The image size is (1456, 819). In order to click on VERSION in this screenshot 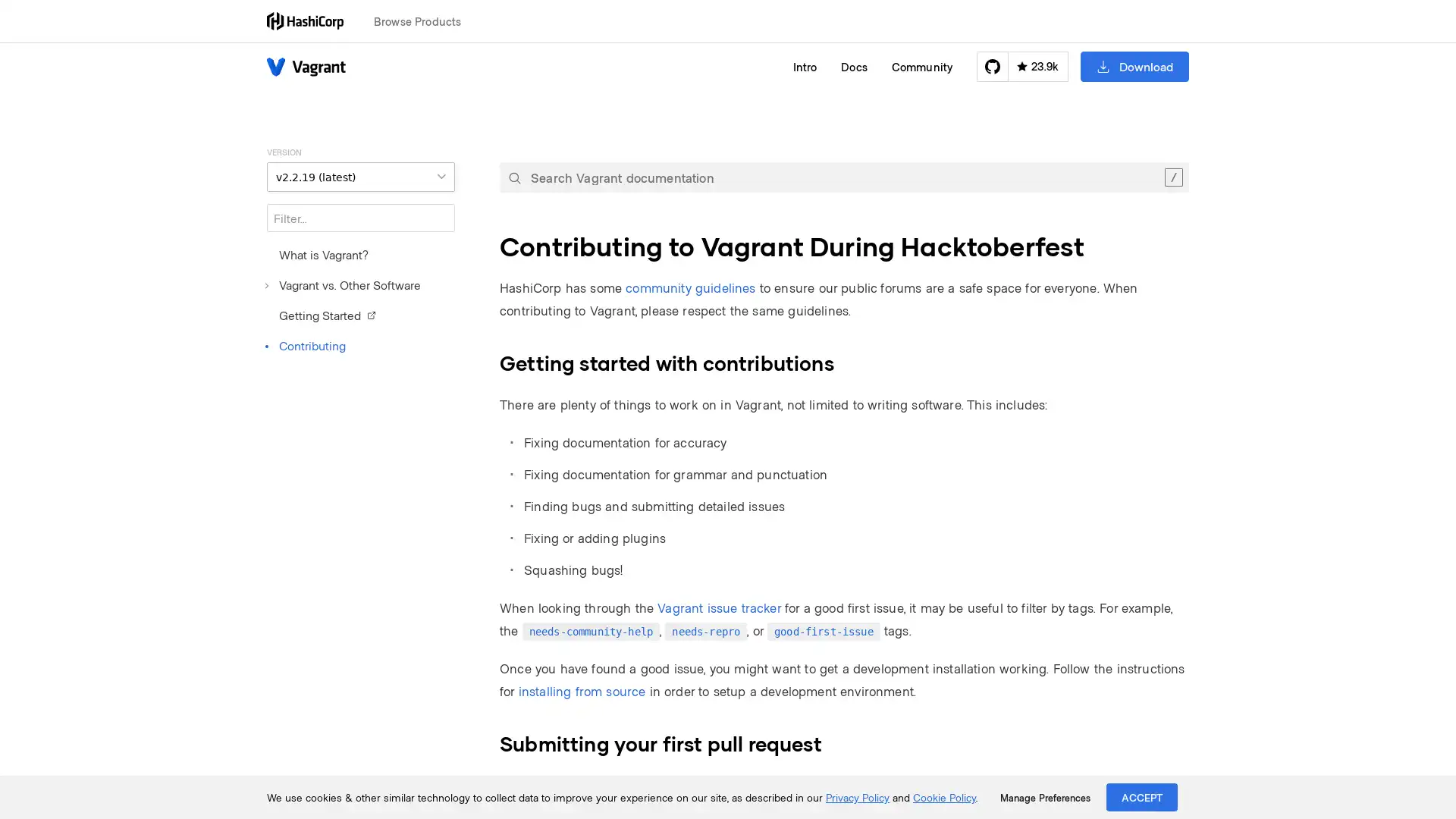, I will do `click(359, 176)`.